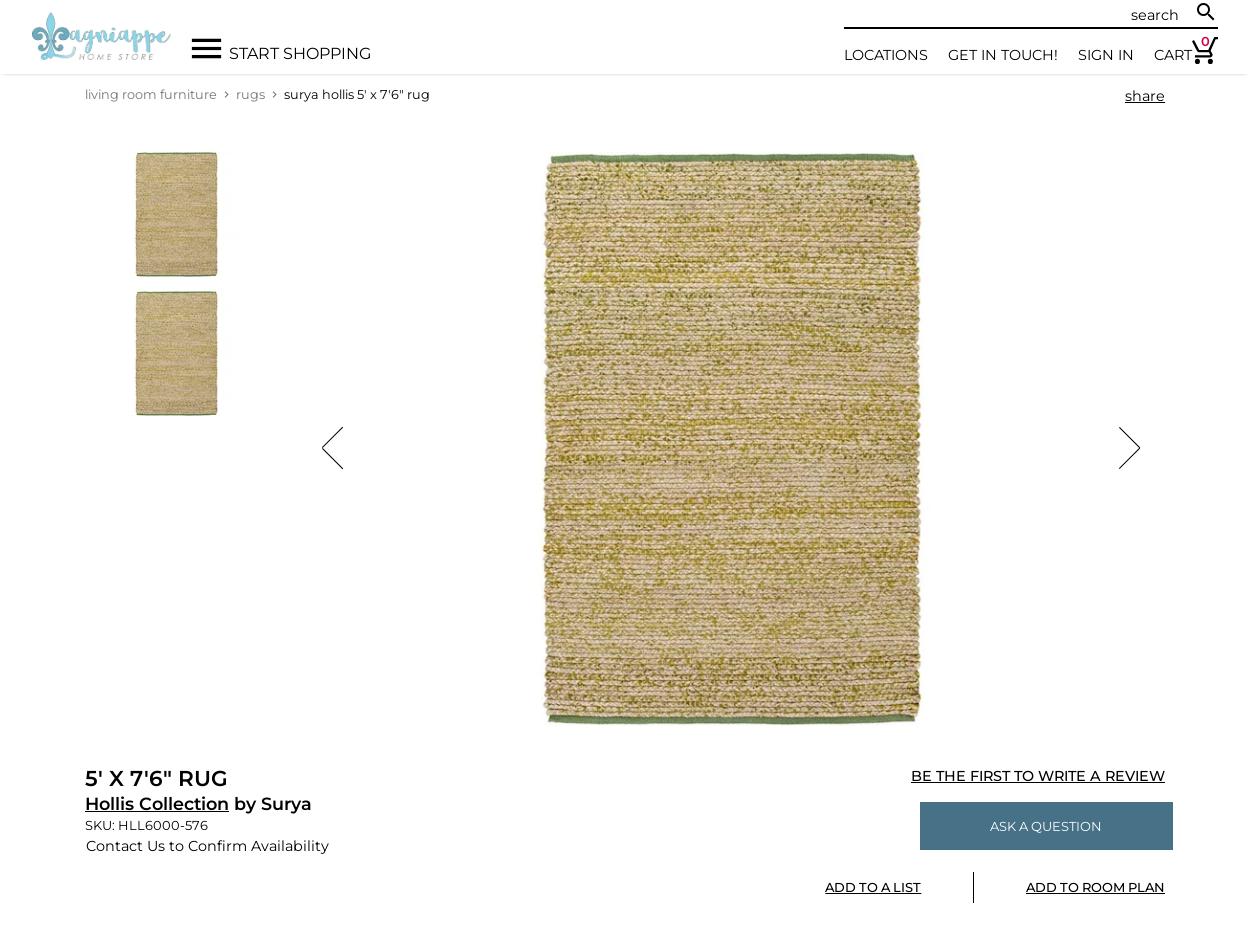 The width and height of the screenshot is (1250, 925). Describe the element at coordinates (206, 844) in the screenshot. I see `'Contact Us to Confirm Availability'` at that location.